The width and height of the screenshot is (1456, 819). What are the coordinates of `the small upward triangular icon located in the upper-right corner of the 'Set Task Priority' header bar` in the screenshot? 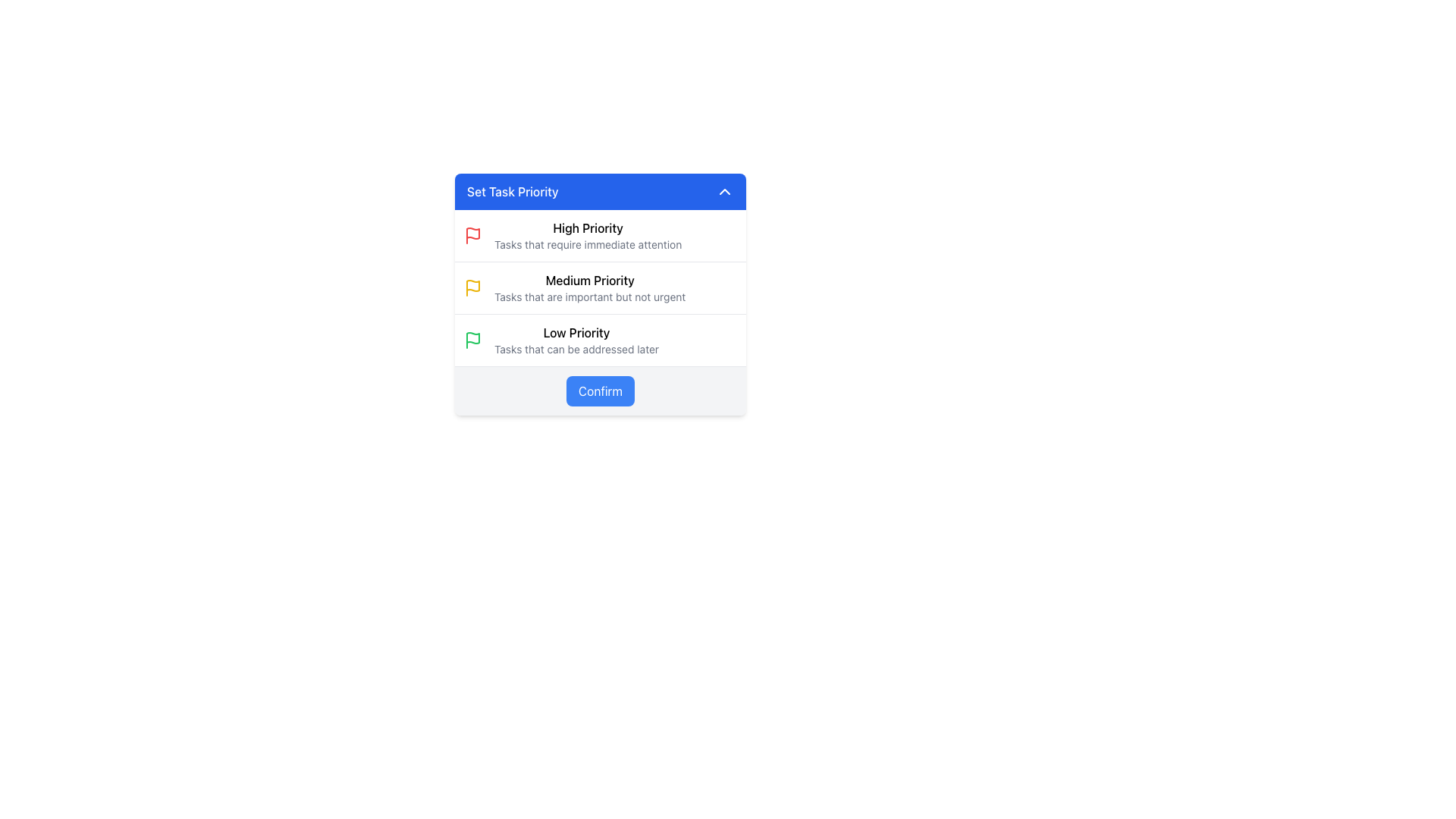 It's located at (723, 191).